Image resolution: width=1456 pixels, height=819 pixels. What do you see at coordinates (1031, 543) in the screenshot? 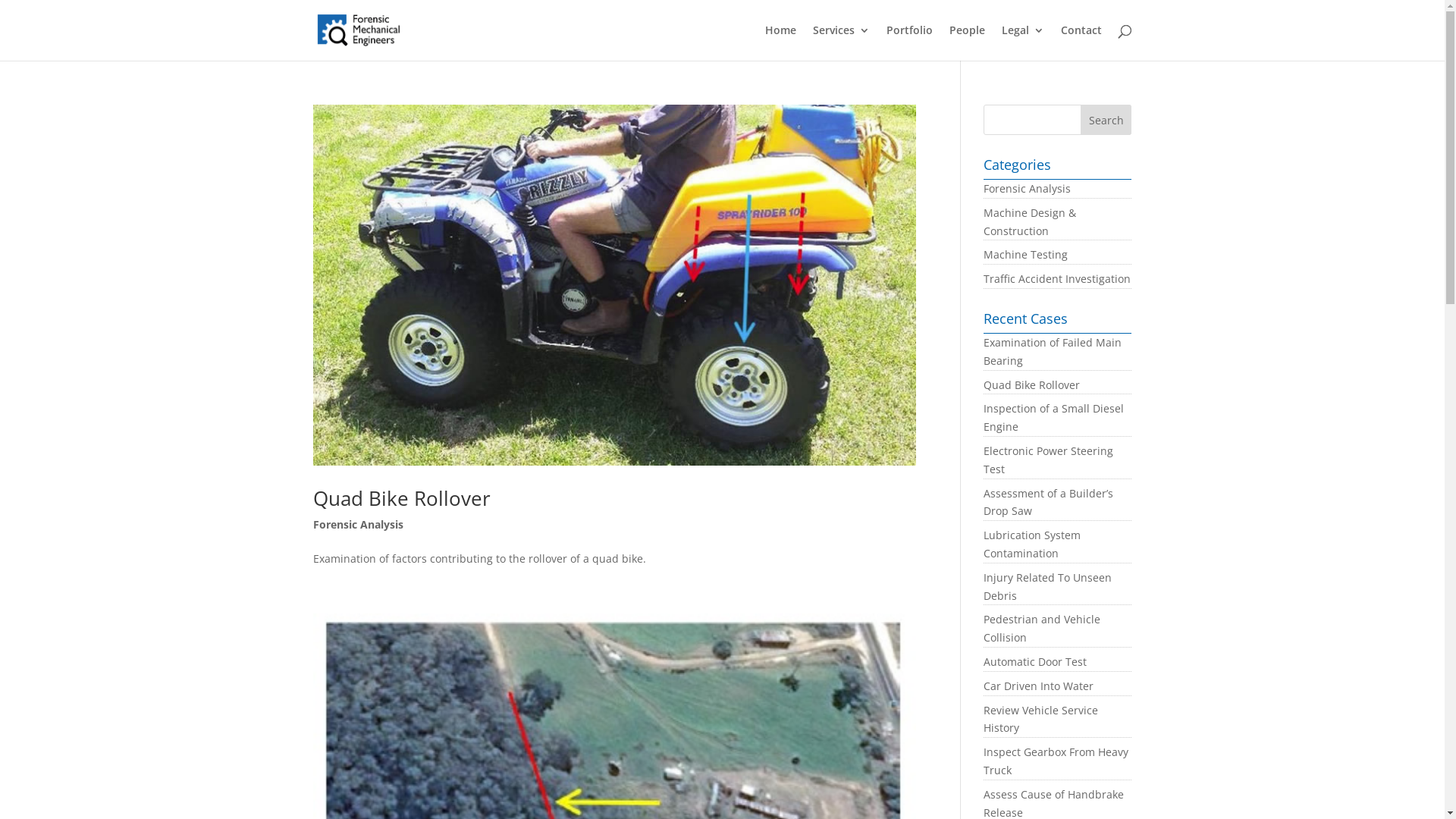
I see `'Lubrication System Contamination'` at bounding box center [1031, 543].